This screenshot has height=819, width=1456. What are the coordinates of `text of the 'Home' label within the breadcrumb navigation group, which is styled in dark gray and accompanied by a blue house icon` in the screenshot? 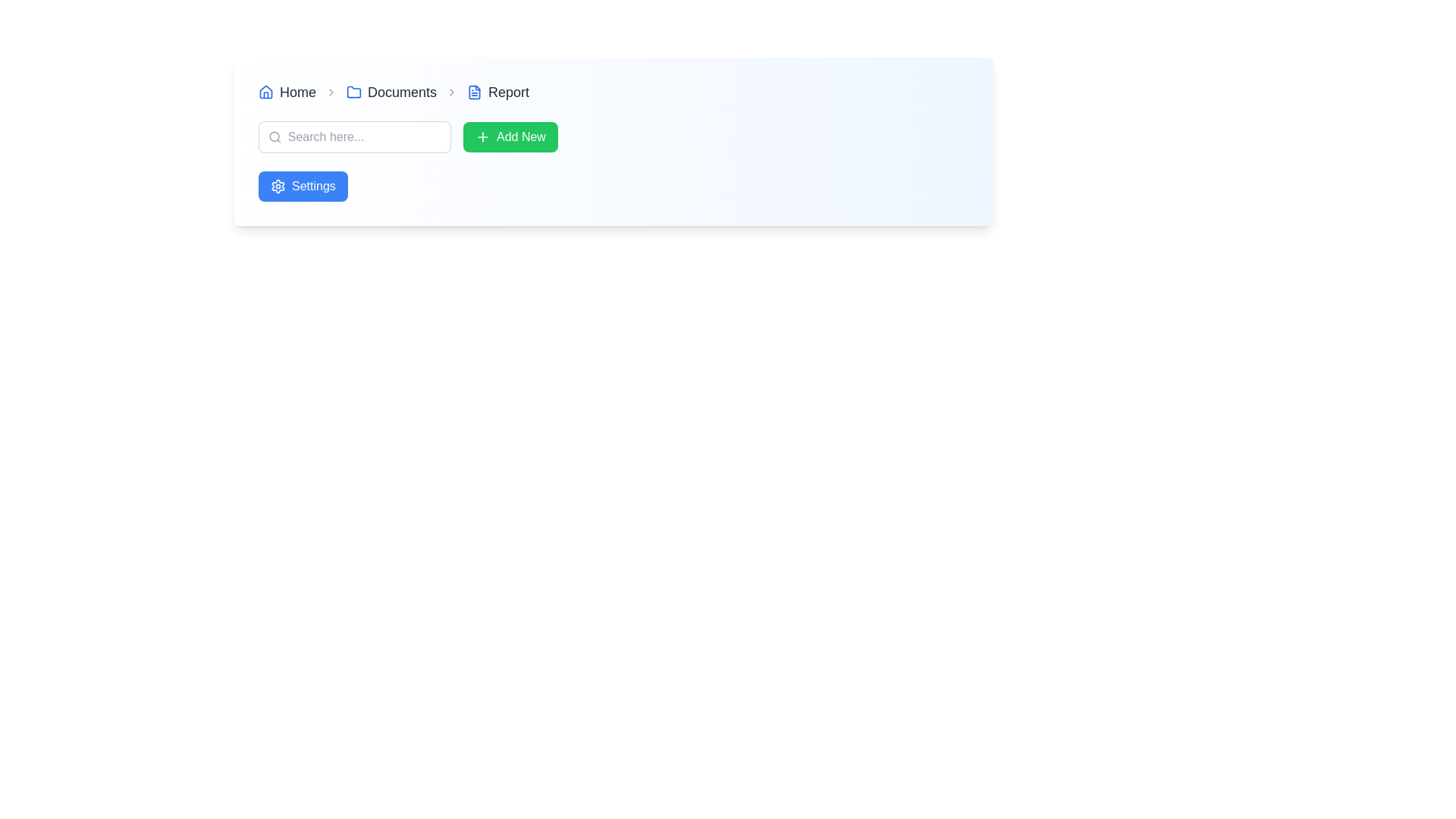 It's located at (287, 93).